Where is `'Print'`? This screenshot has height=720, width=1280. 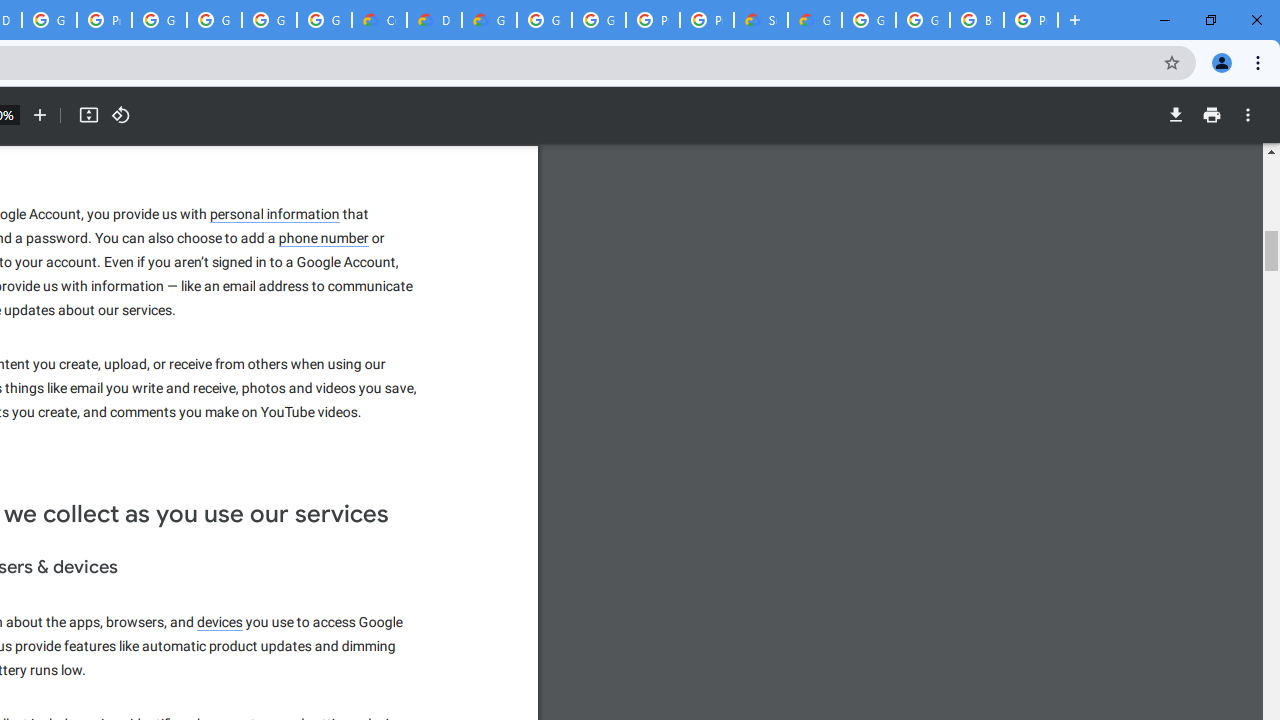
'Print' is located at coordinates (1210, 115).